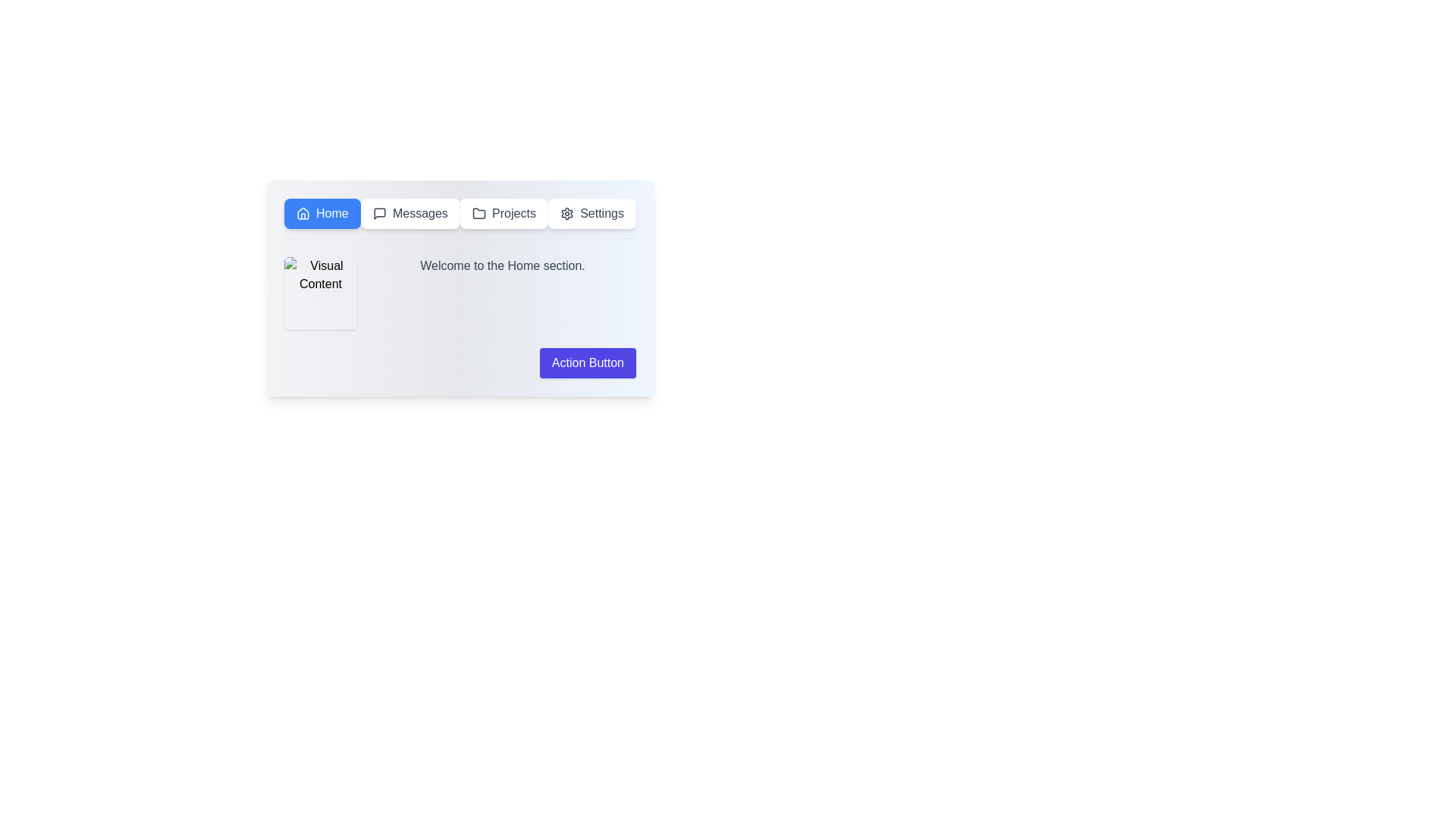 This screenshot has width=1456, height=819. I want to click on the 'Messages' text label in the navigation bar, so click(420, 213).